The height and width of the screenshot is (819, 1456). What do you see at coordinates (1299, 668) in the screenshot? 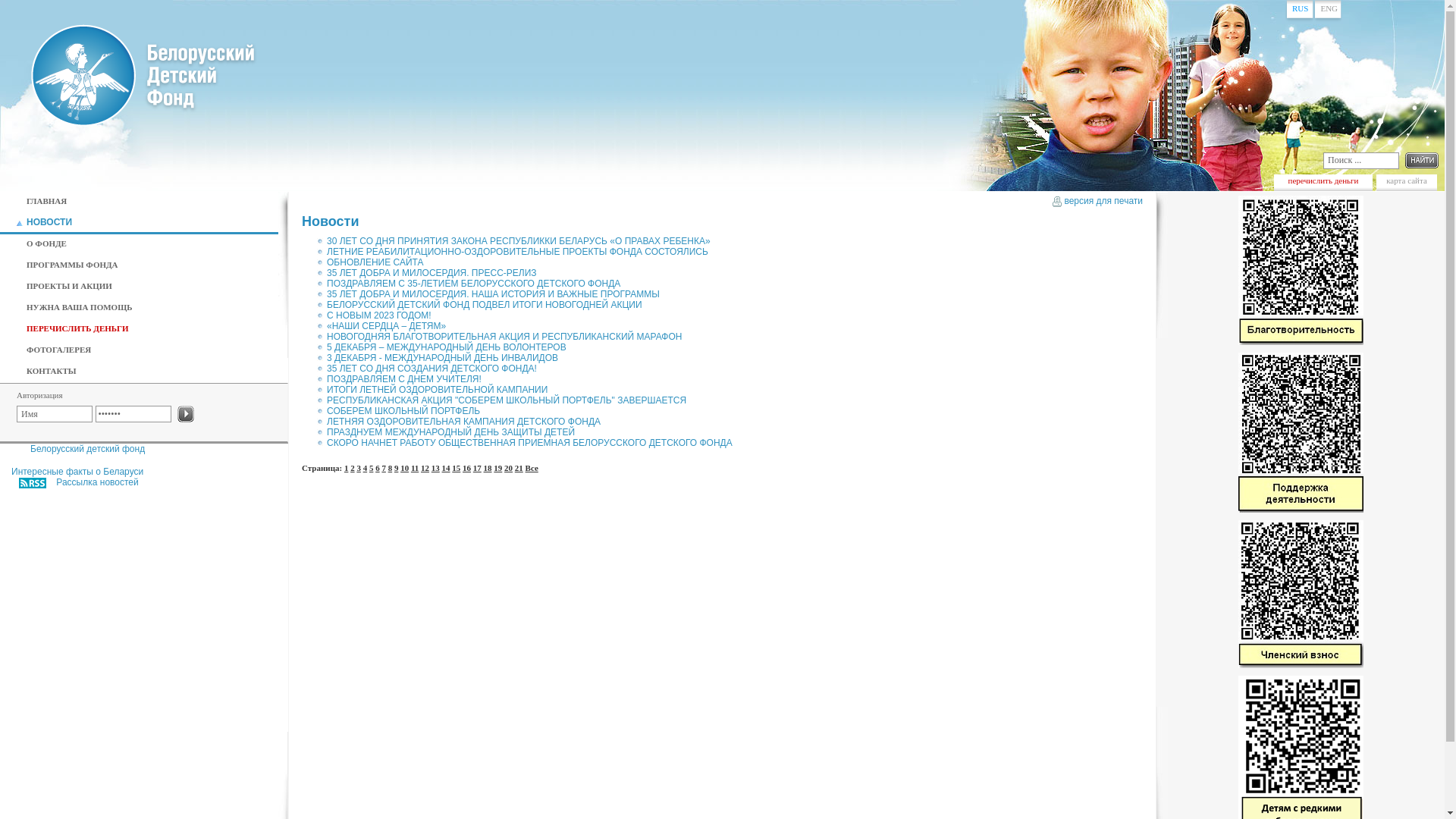
I see `'Membership'` at bounding box center [1299, 668].